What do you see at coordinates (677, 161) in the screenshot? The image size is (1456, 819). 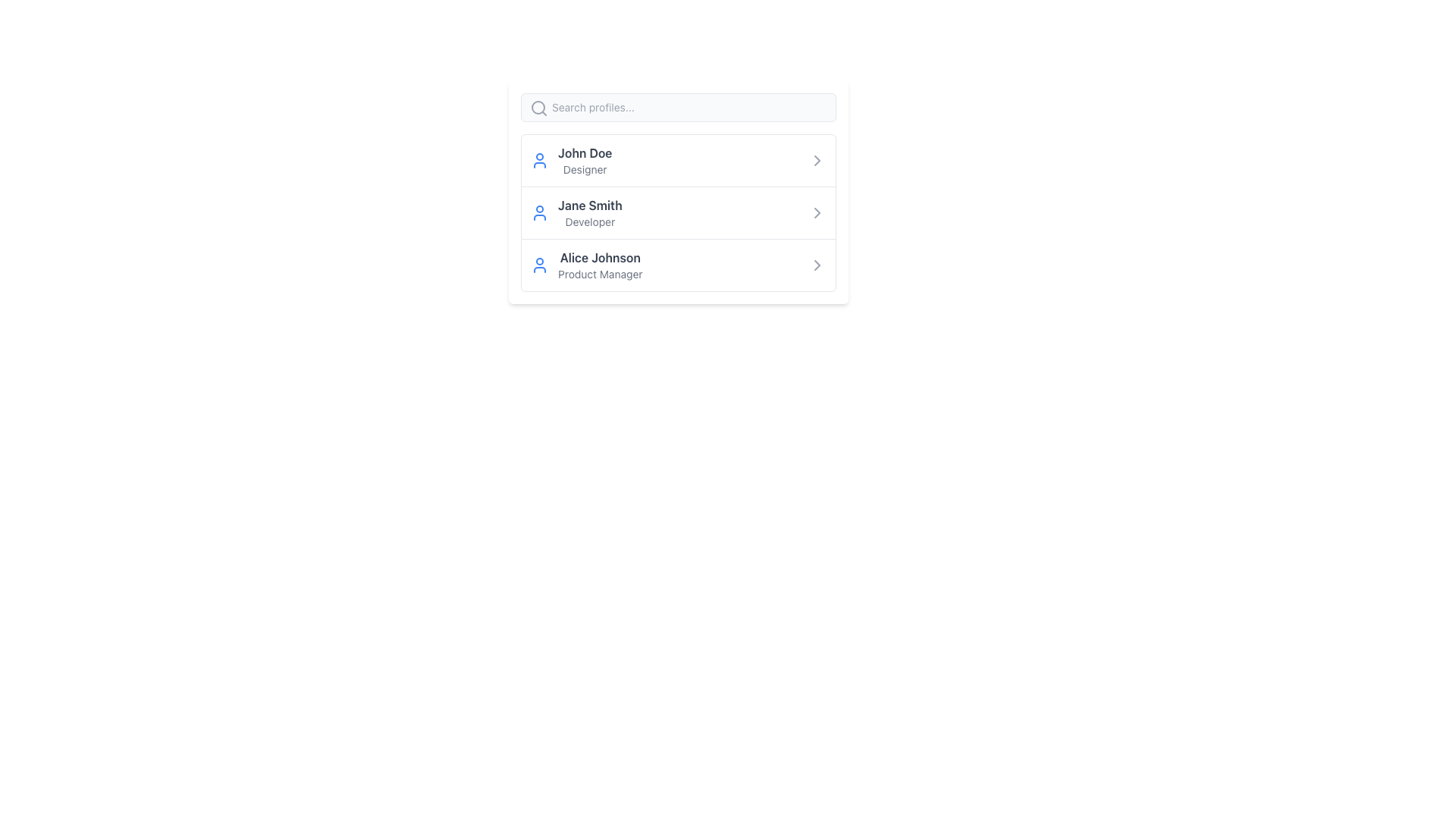 I see `the user profile entry button located at the top of the vertical list of user profiles` at bounding box center [677, 161].